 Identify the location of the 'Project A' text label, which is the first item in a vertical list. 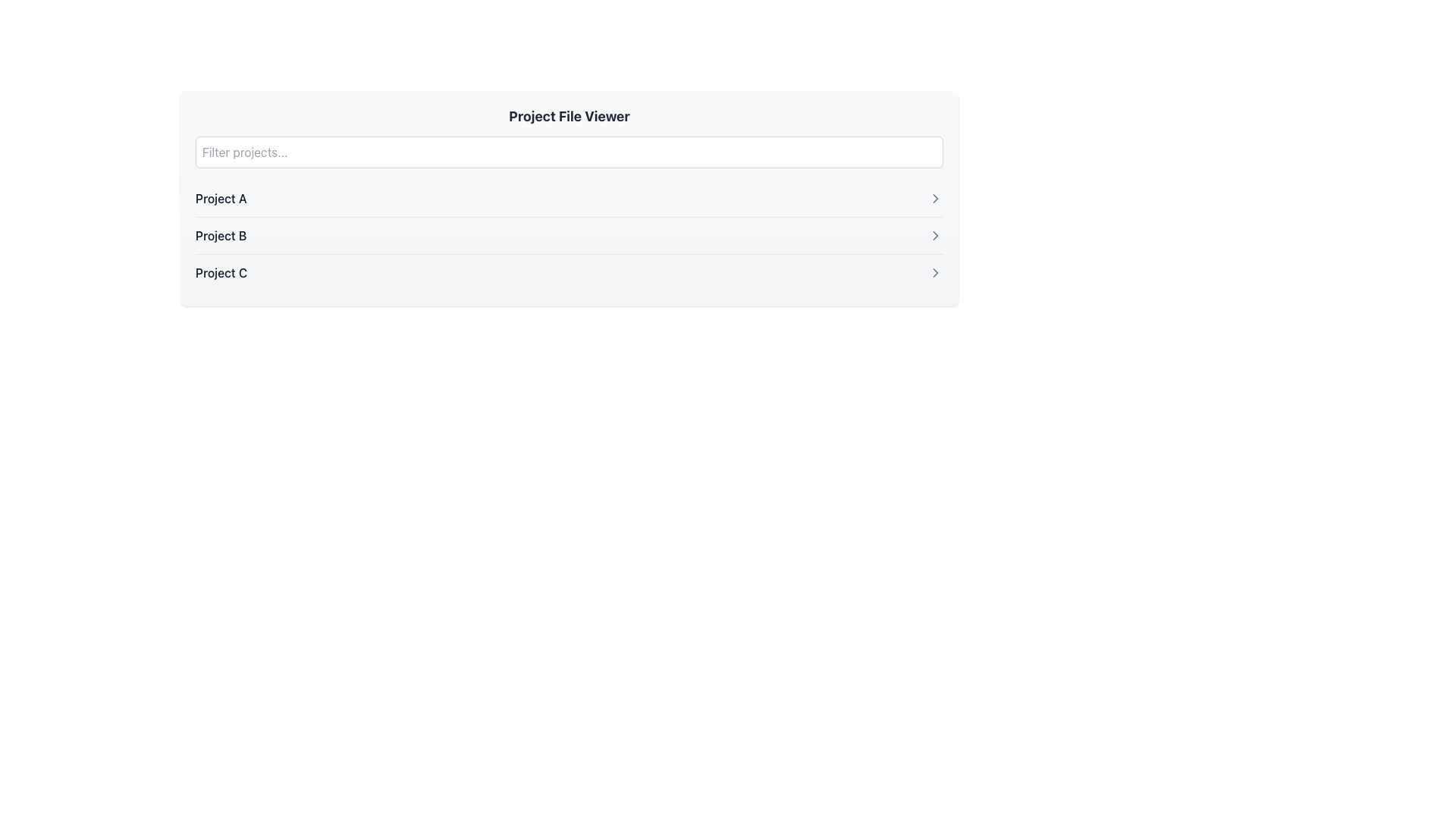
(220, 198).